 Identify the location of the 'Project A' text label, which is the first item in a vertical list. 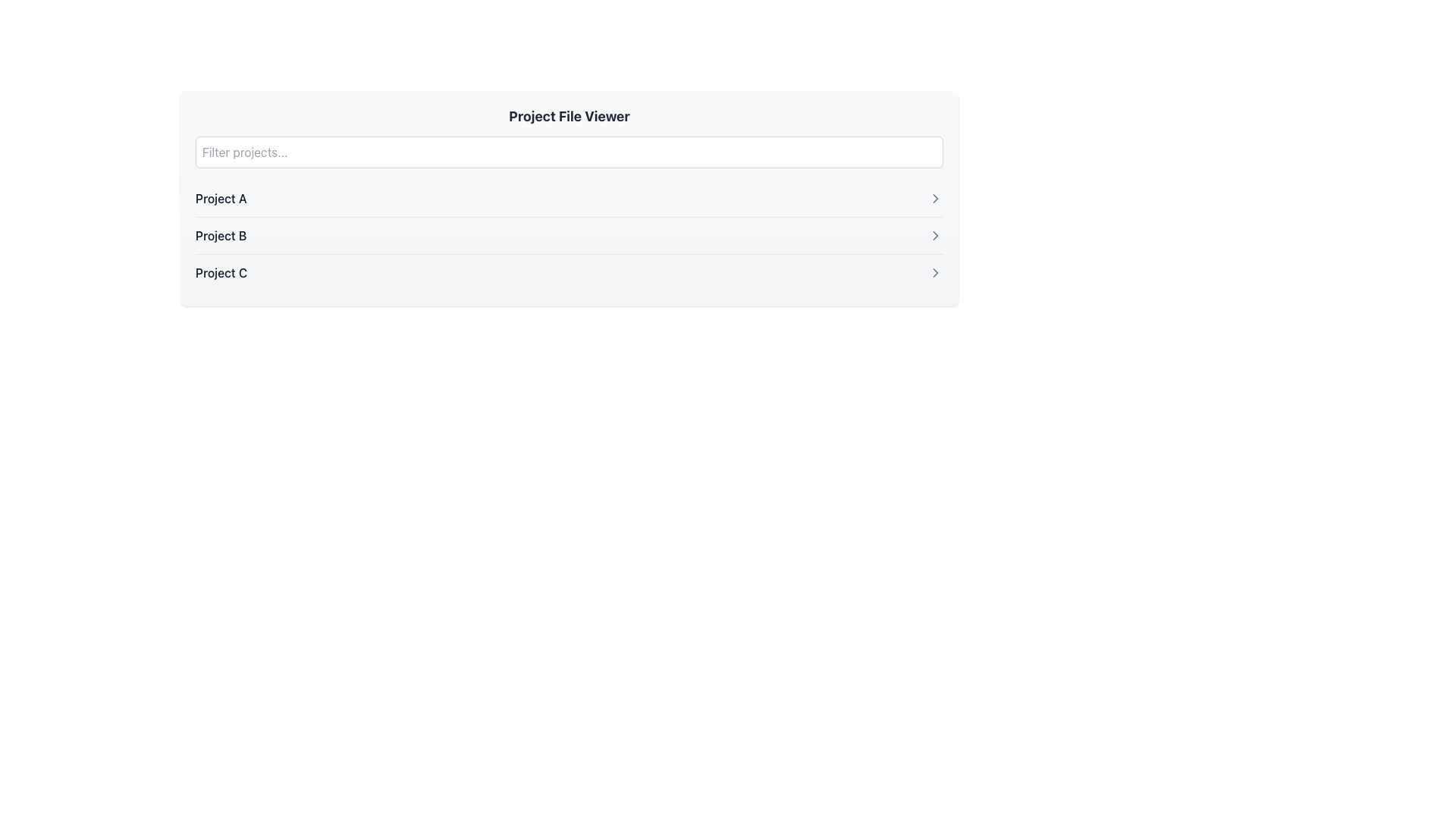
(220, 198).